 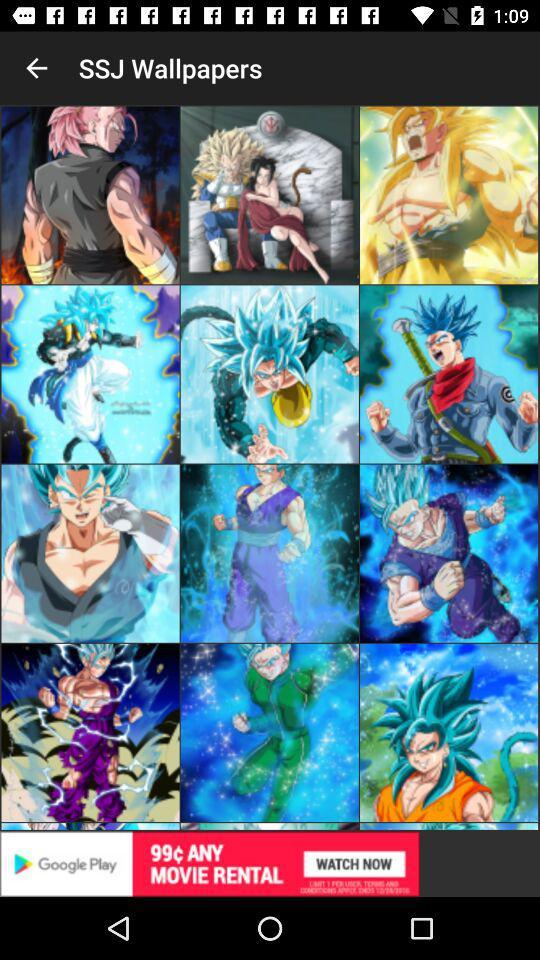 I want to click on the second image in the second row, so click(x=270, y=373).